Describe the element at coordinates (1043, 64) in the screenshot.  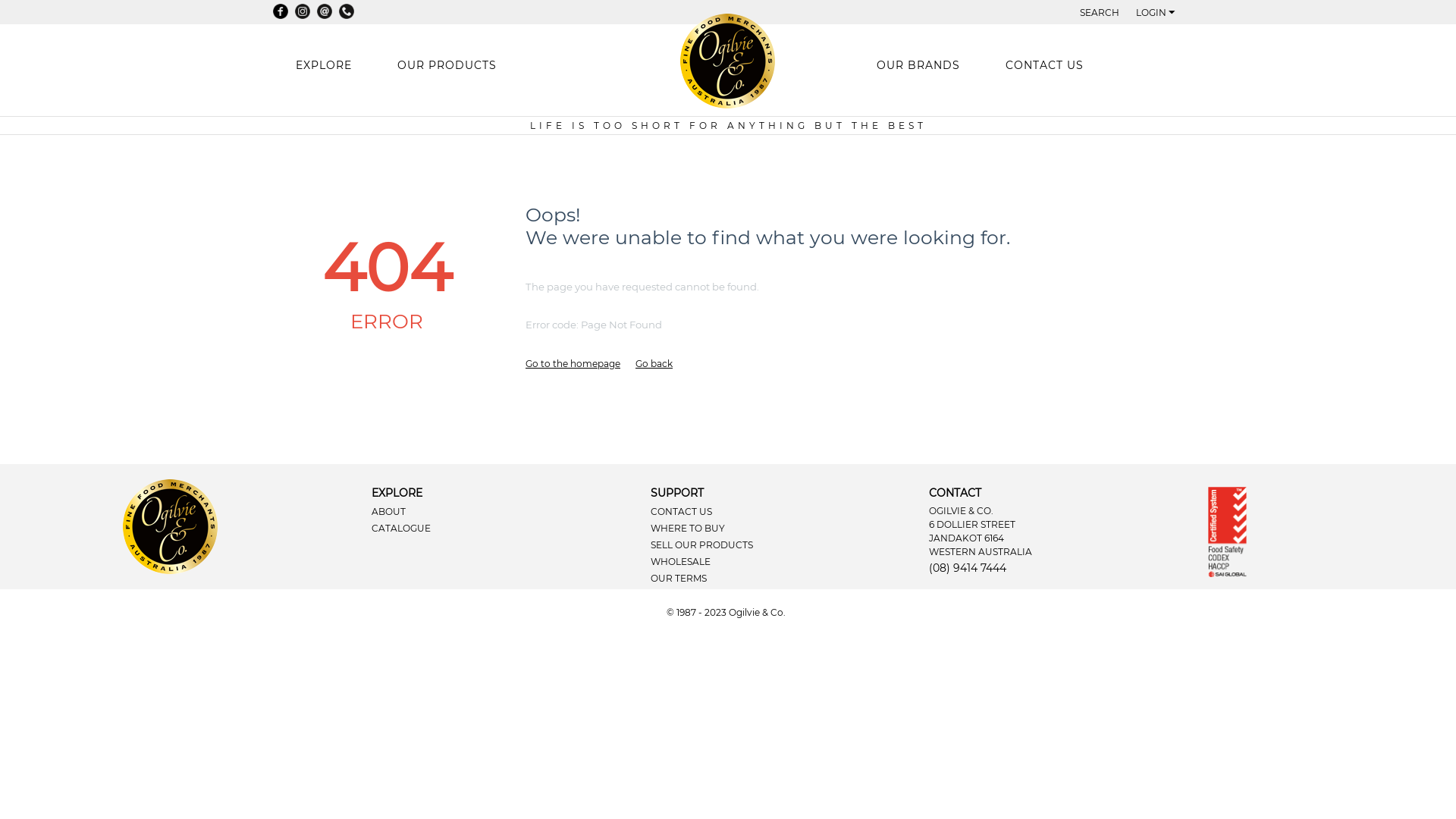
I see `'CONTACT US'` at that location.